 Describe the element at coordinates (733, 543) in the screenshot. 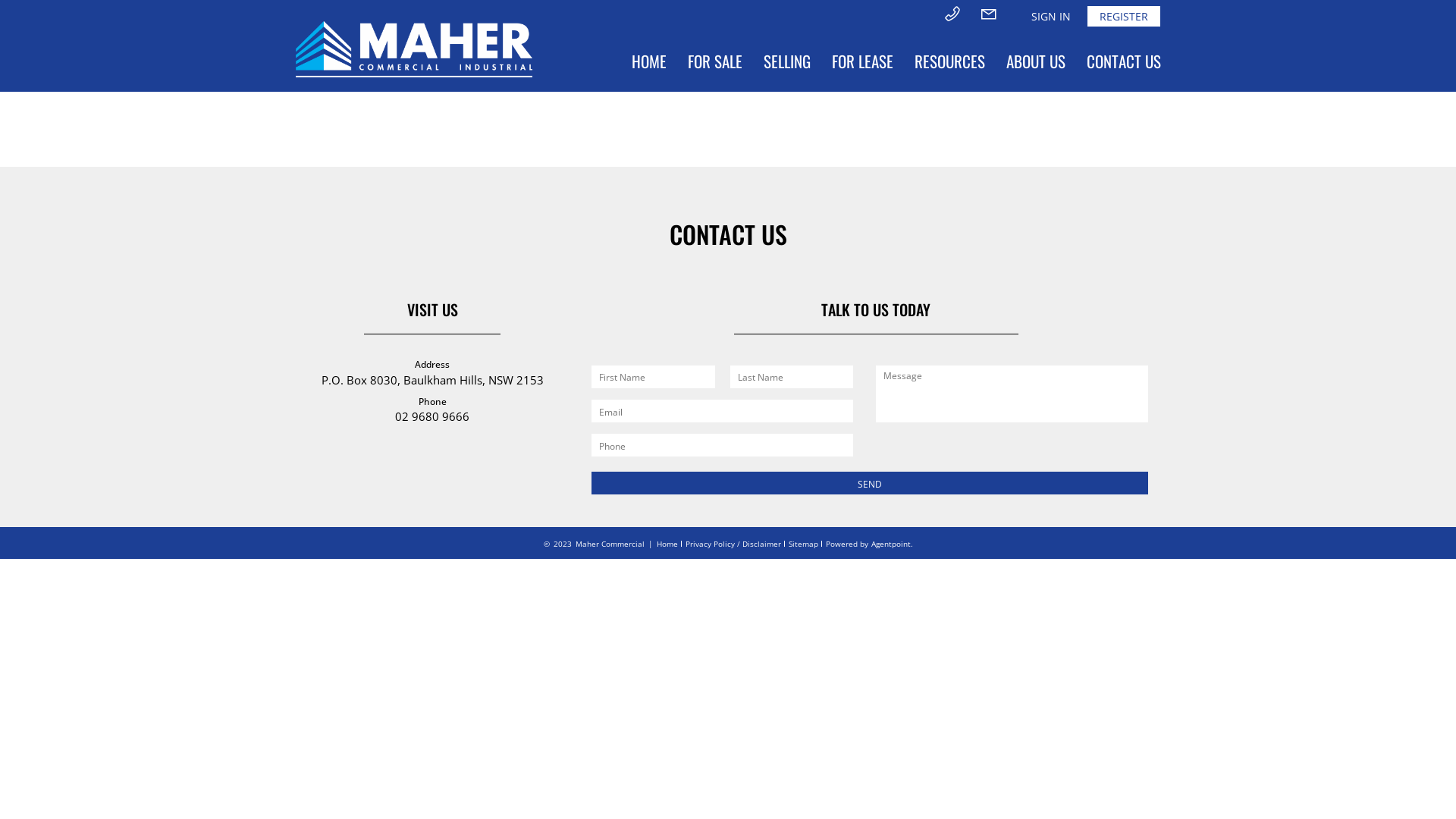

I see `'Privacy Policy / Disclaimer'` at that location.